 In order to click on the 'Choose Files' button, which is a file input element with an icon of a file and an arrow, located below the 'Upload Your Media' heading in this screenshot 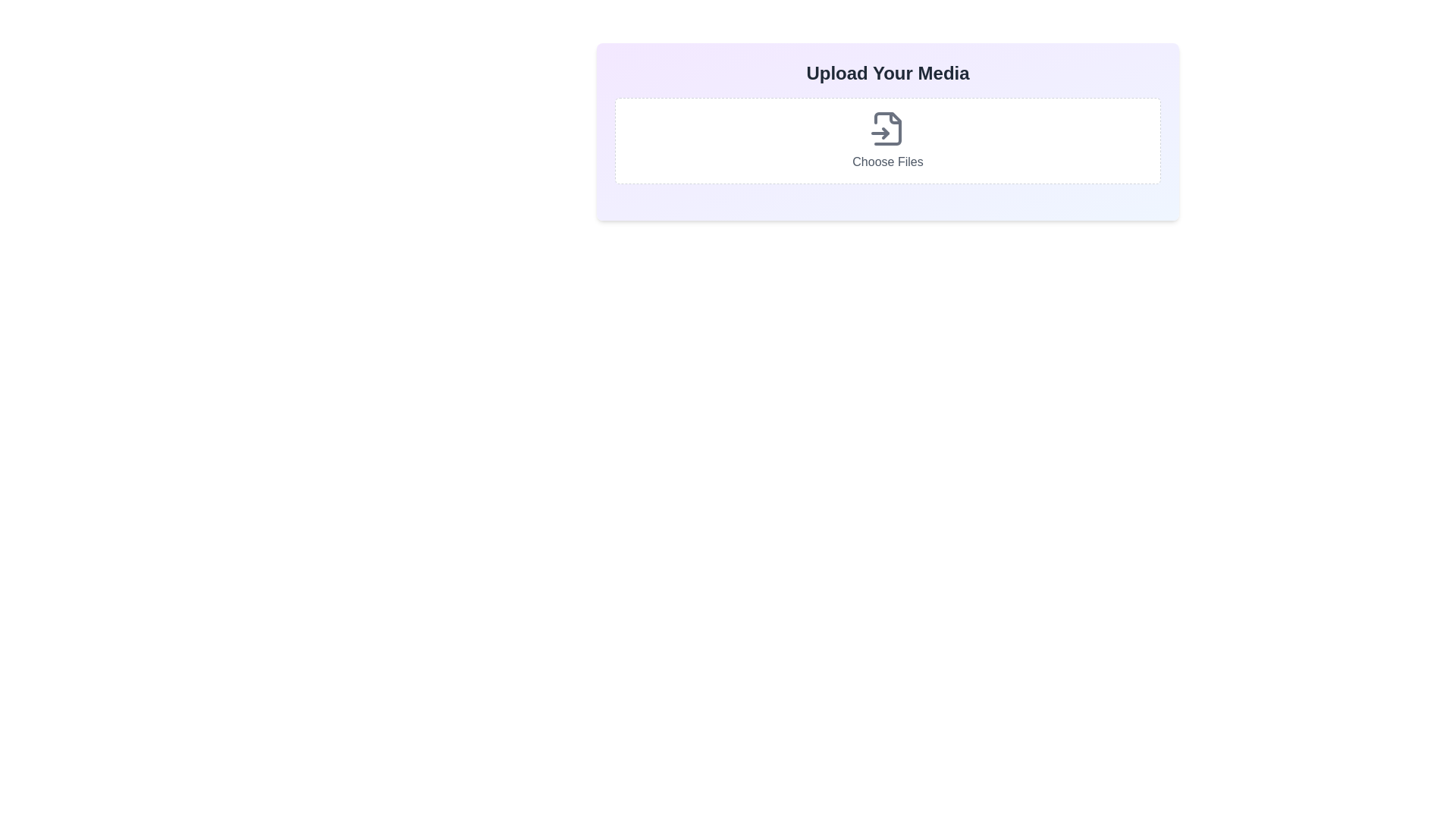, I will do `click(888, 140)`.